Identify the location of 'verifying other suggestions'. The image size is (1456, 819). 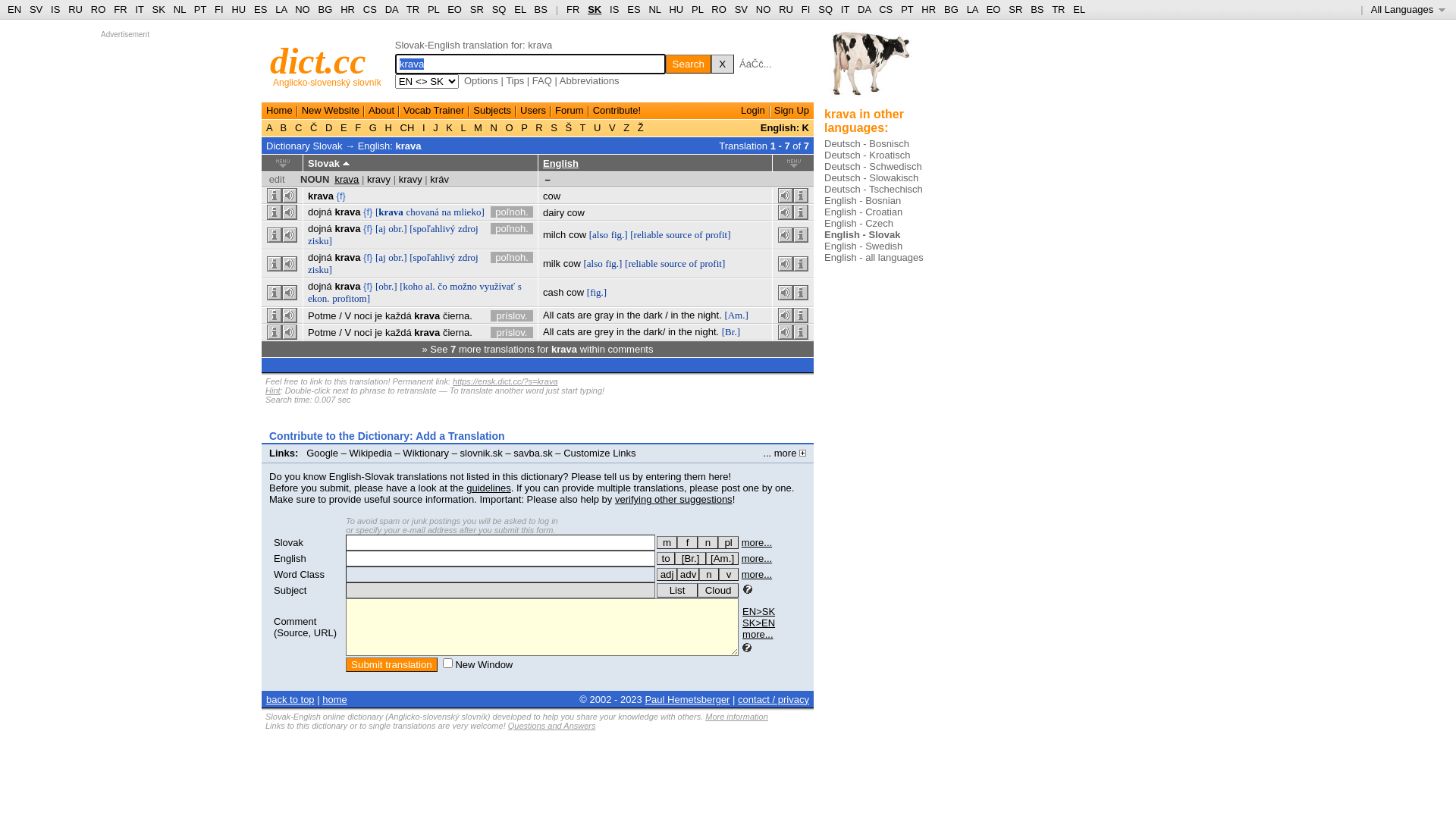
(673, 499).